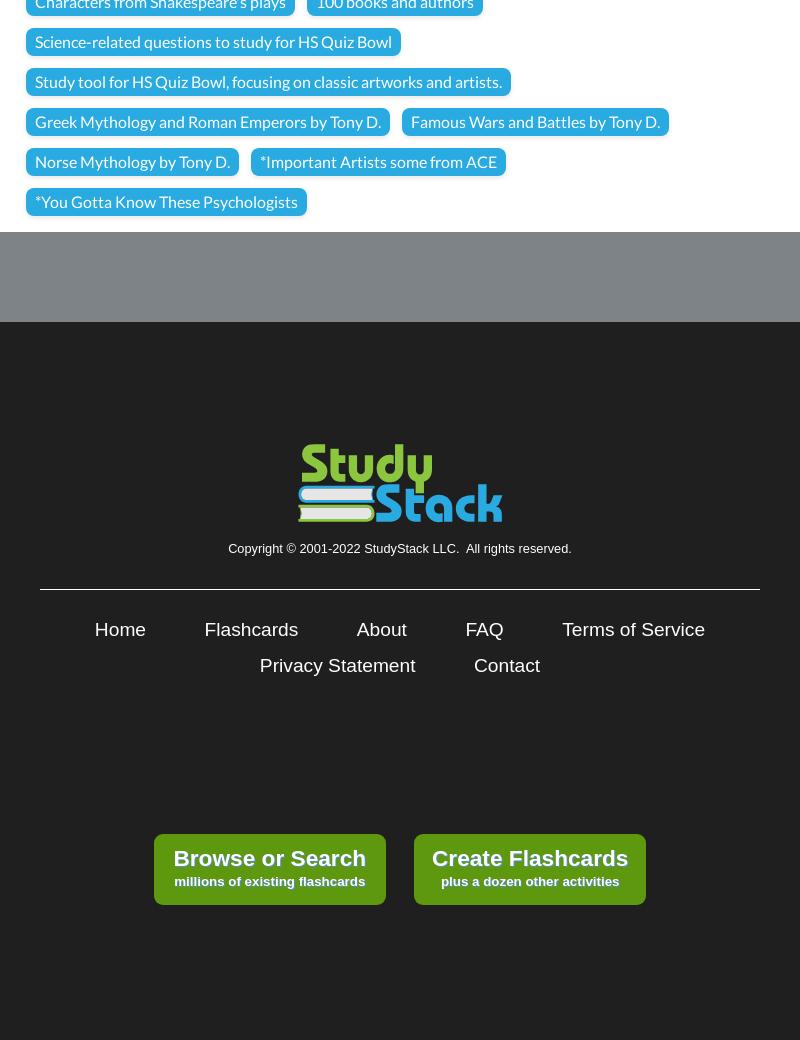 The image size is (800, 1040). What do you see at coordinates (562, 628) in the screenshot?
I see `'Terms of Service'` at bounding box center [562, 628].